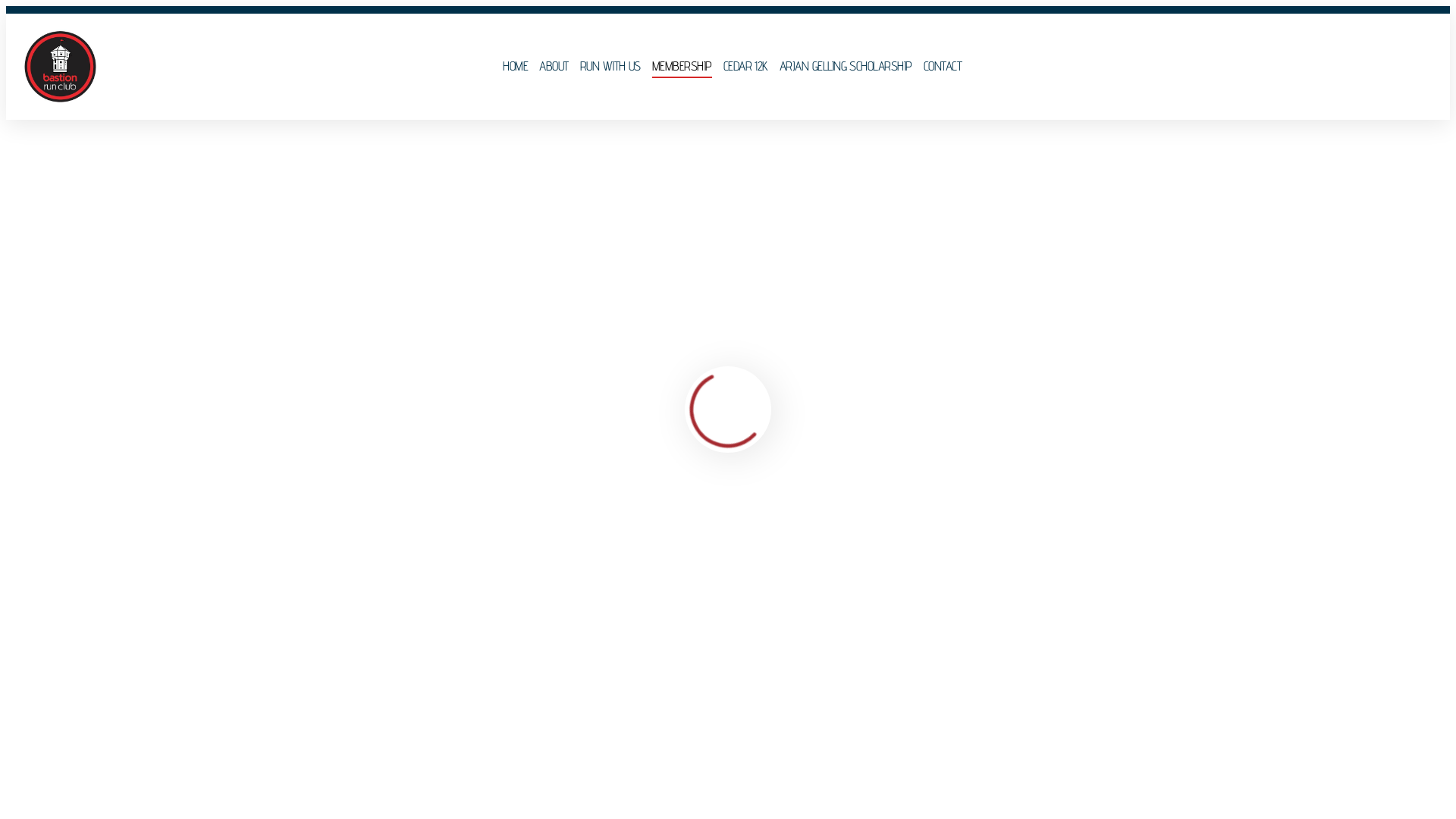 This screenshot has width=1456, height=819. What do you see at coordinates (42, 808) in the screenshot?
I see `'Bastion Run Club Membership'` at bounding box center [42, 808].